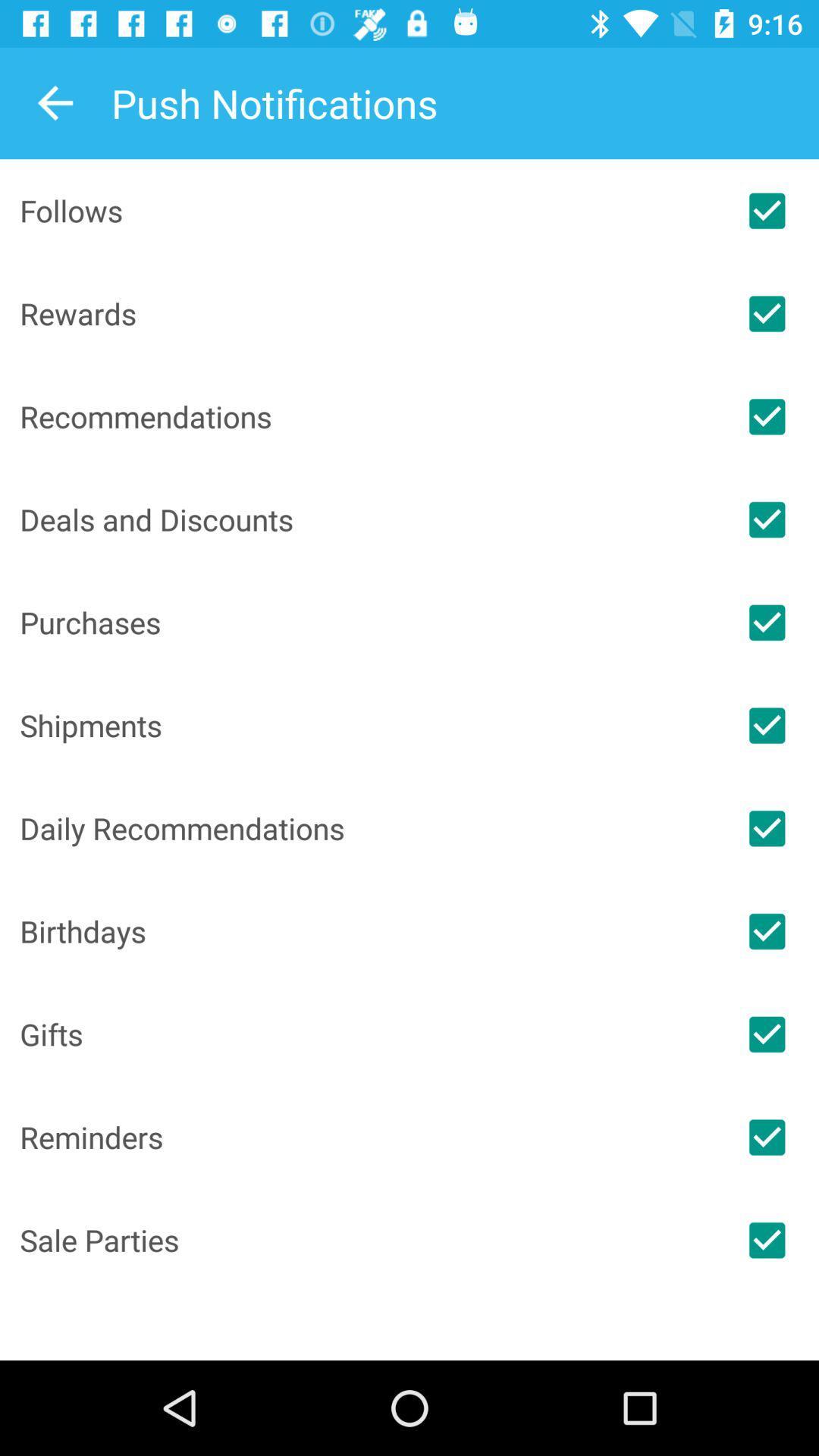 The image size is (819, 1456). Describe the element at coordinates (767, 519) in the screenshot. I see `check deals and discount box` at that location.